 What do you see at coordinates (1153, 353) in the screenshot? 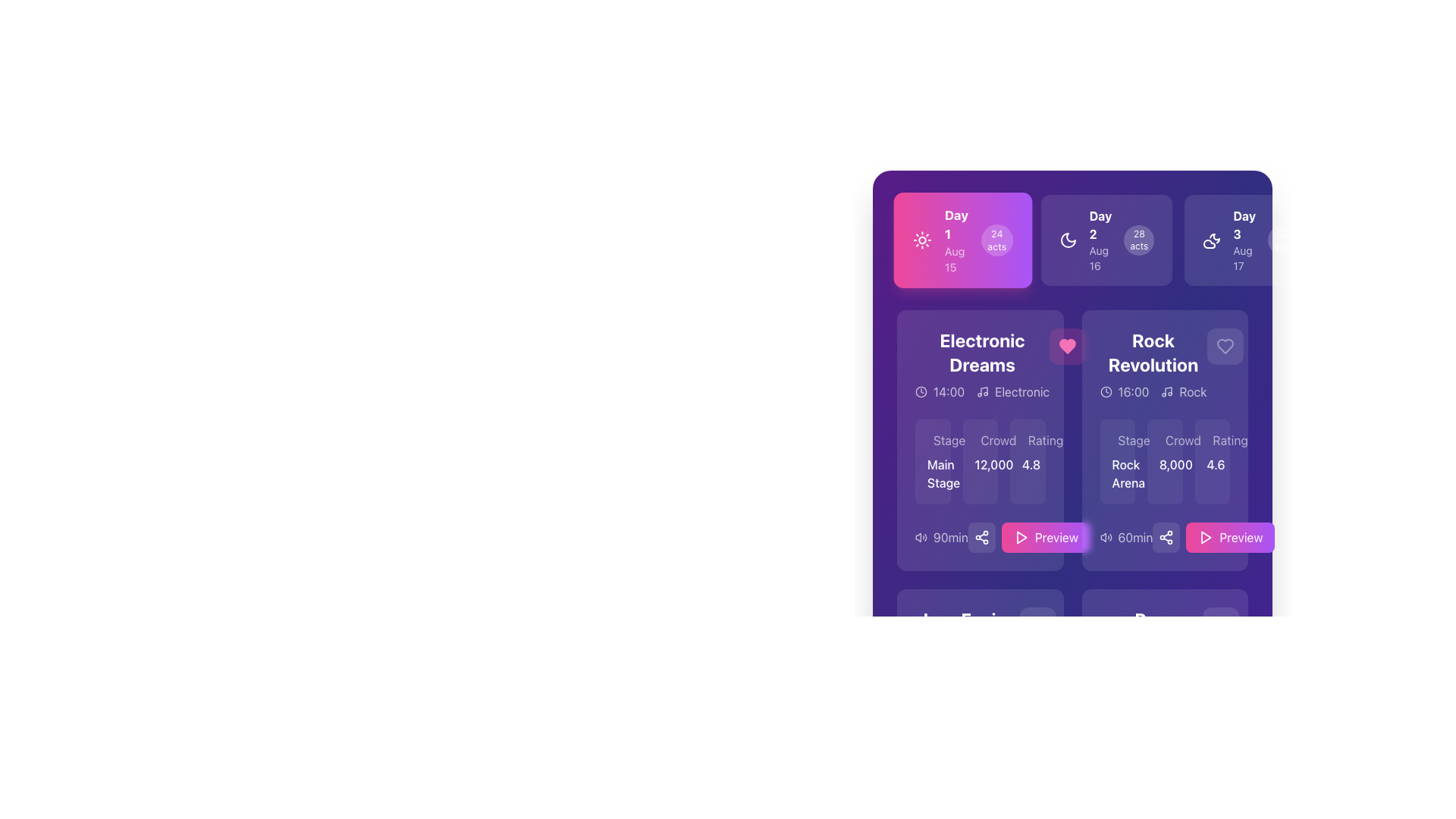
I see `the title text element for the event 'Rock Revolution', which is positioned to the right of the 'Electronic Dreams' event box` at bounding box center [1153, 353].